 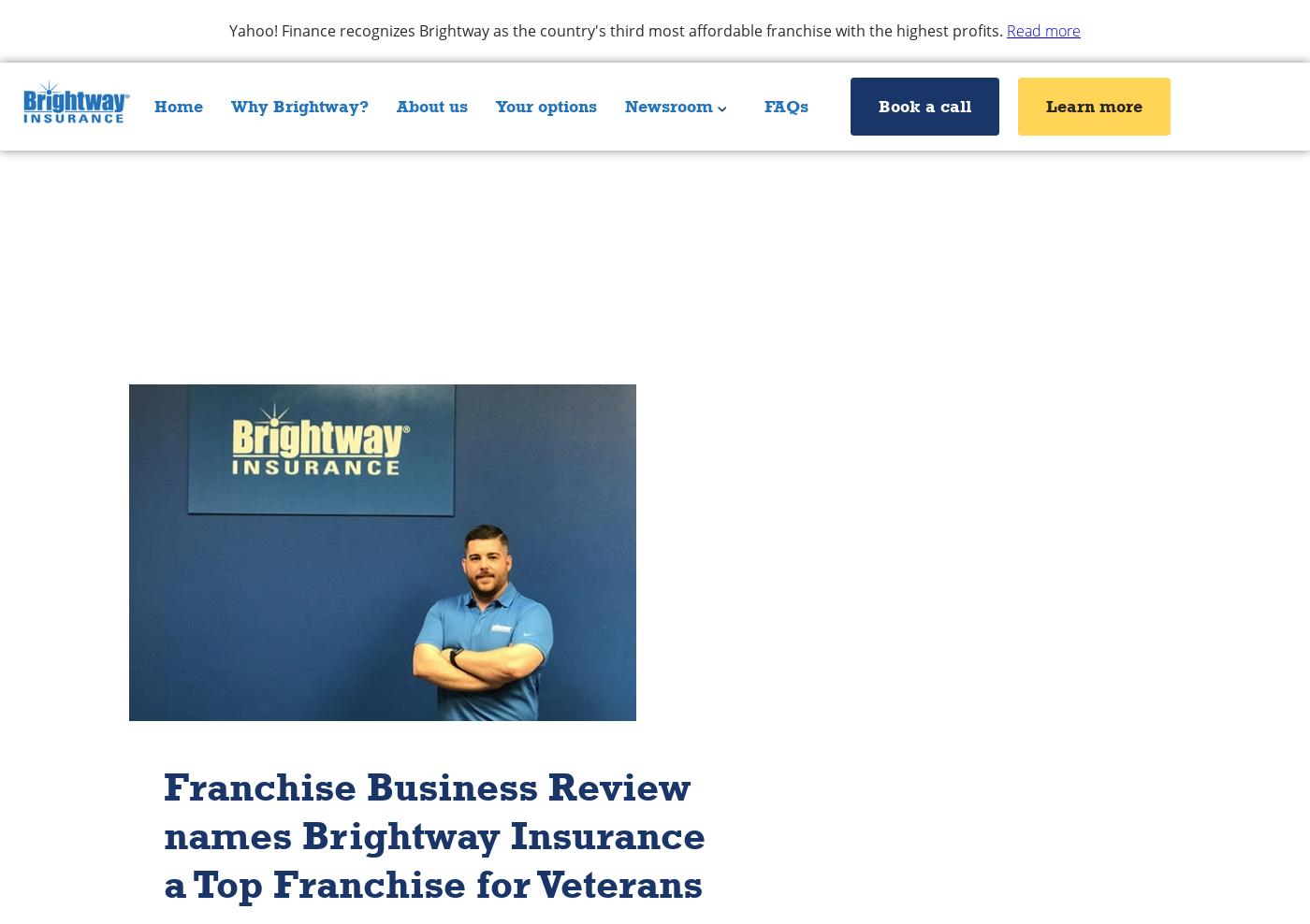 I want to click on 'Yahoo! Finance recognizes Brightway as the country's third most affordable franchise with the highest profits.', so click(x=618, y=29).